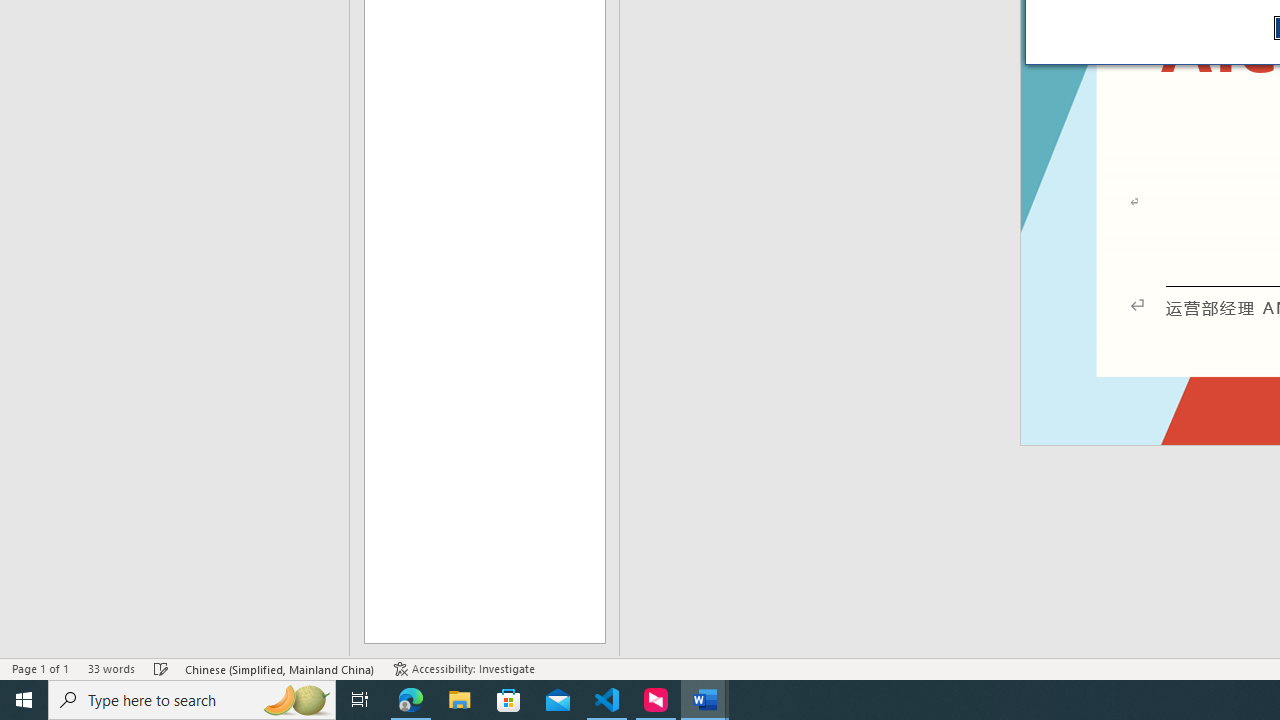 The height and width of the screenshot is (720, 1280). I want to click on 'Type here to search', so click(192, 698).